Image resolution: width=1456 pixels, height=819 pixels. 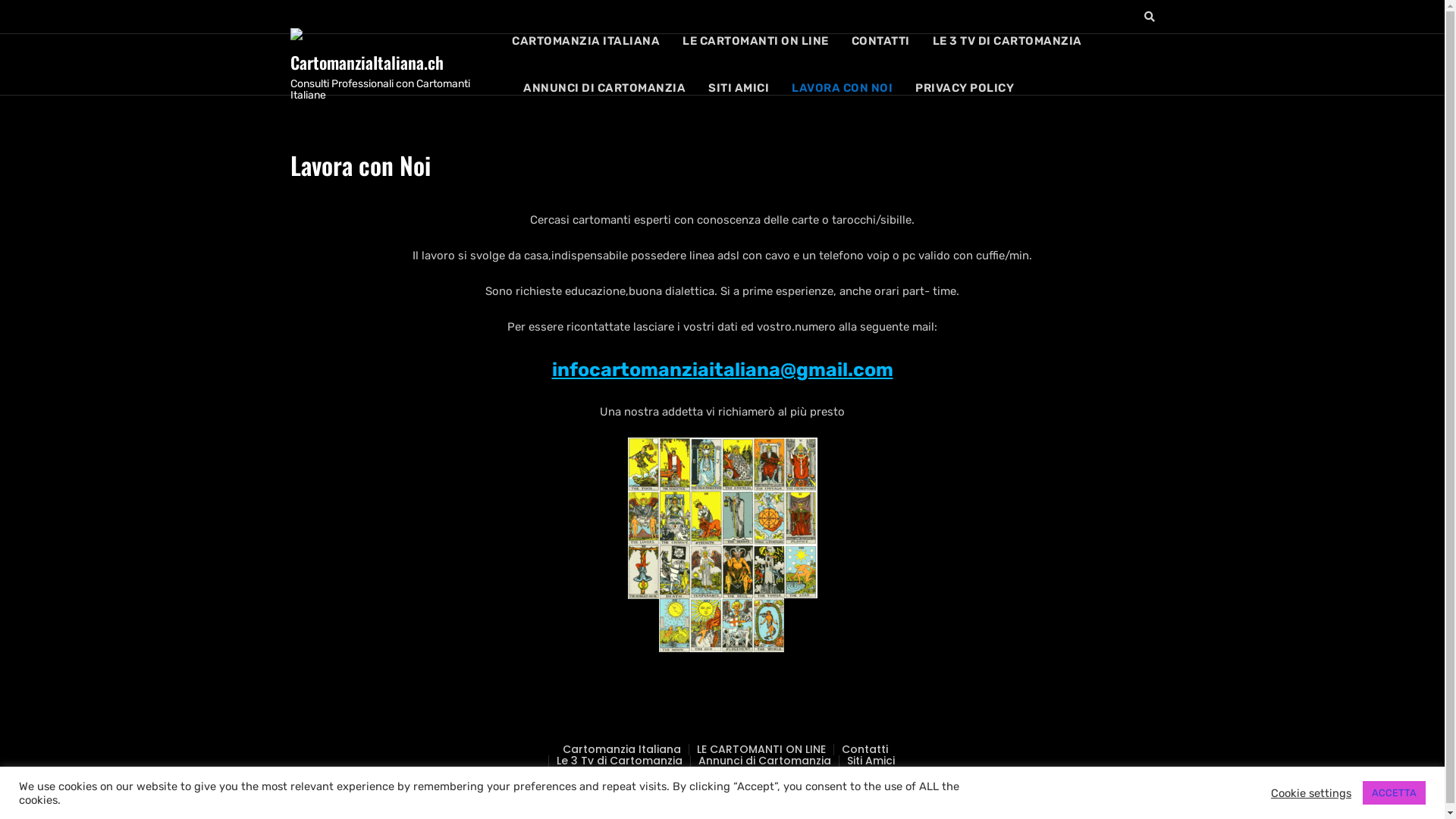 I want to click on 'LE CARTOMANTI ON LINE', so click(x=755, y=39).